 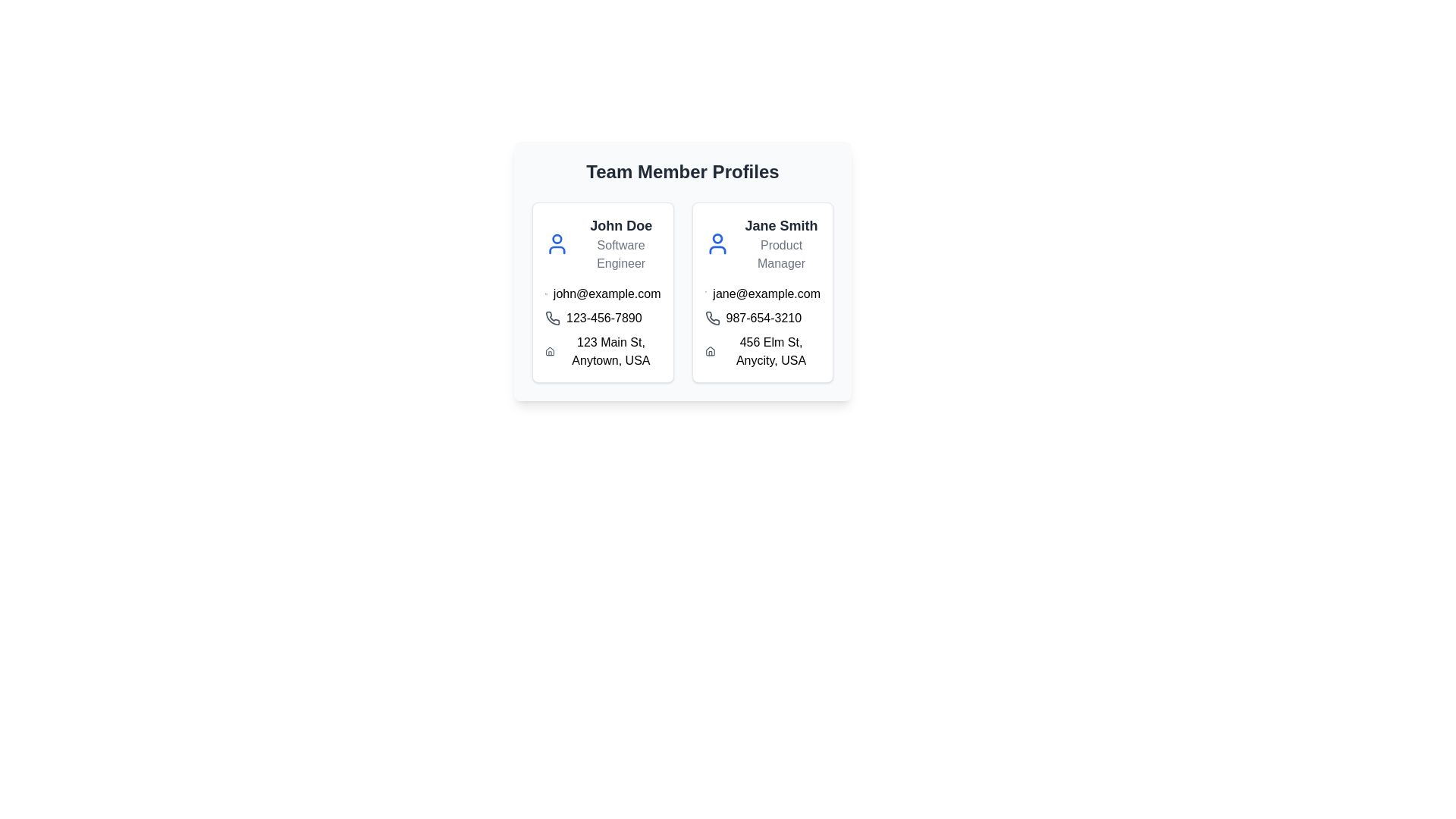 I want to click on the text links on the profile card, which is the rightmost card in a two-card layout displaying individual information, so click(x=762, y=292).